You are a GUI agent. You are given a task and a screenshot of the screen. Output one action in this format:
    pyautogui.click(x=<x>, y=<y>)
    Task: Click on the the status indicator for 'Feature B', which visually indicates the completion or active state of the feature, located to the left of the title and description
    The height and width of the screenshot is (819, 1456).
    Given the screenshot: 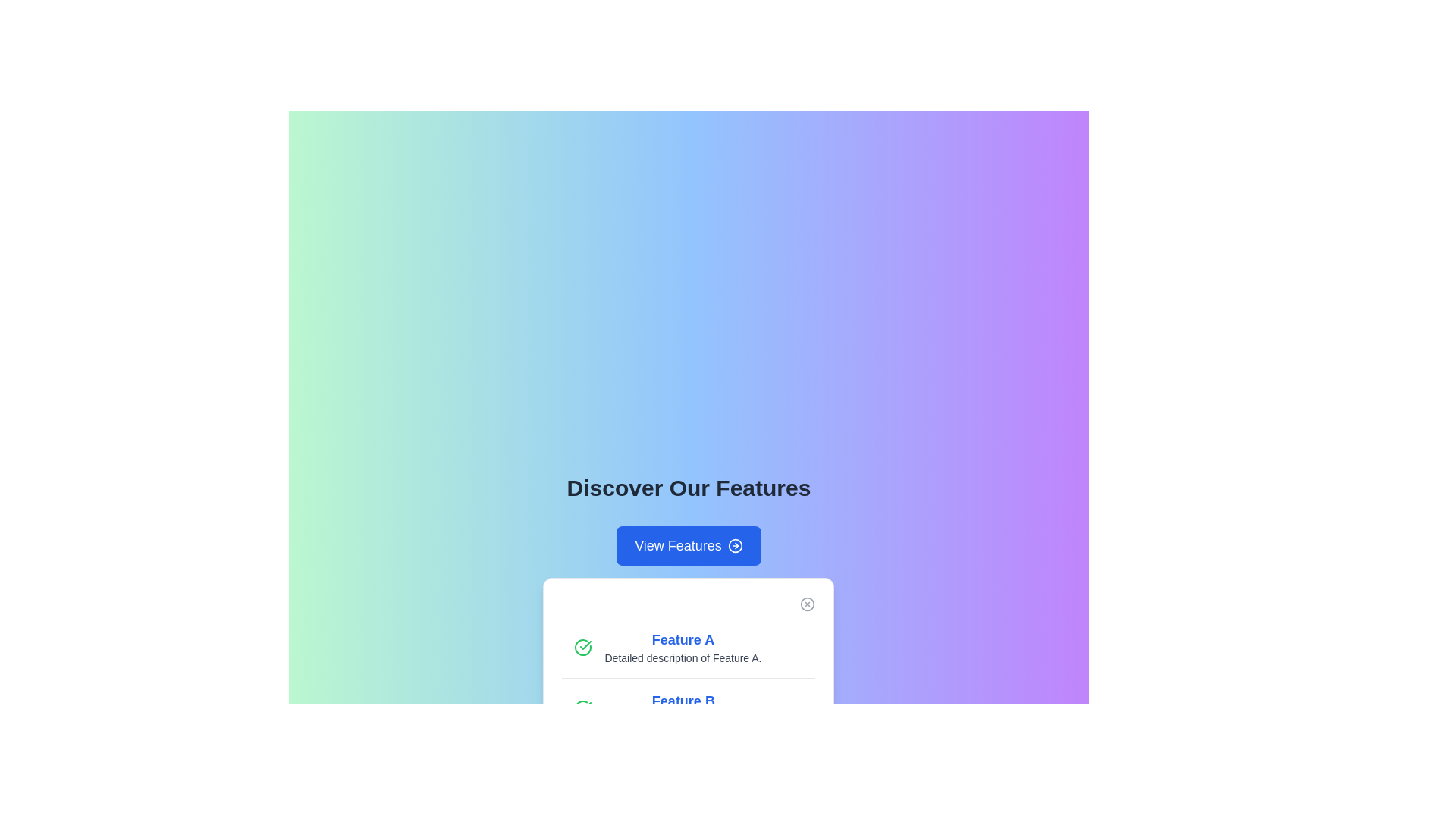 What is the action you would take?
    pyautogui.click(x=582, y=708)
    